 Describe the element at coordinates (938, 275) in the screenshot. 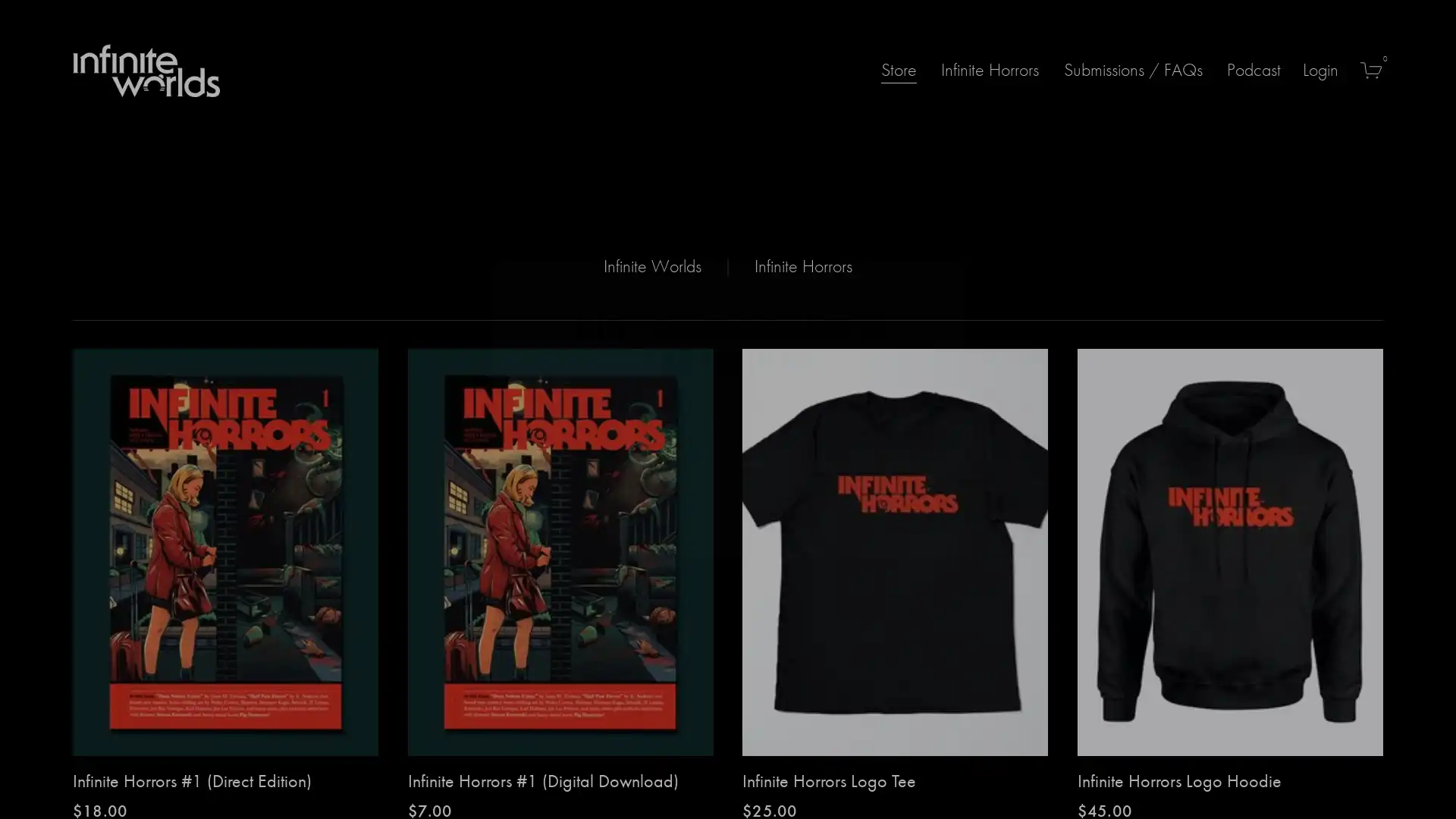

I see `Close` at that location.